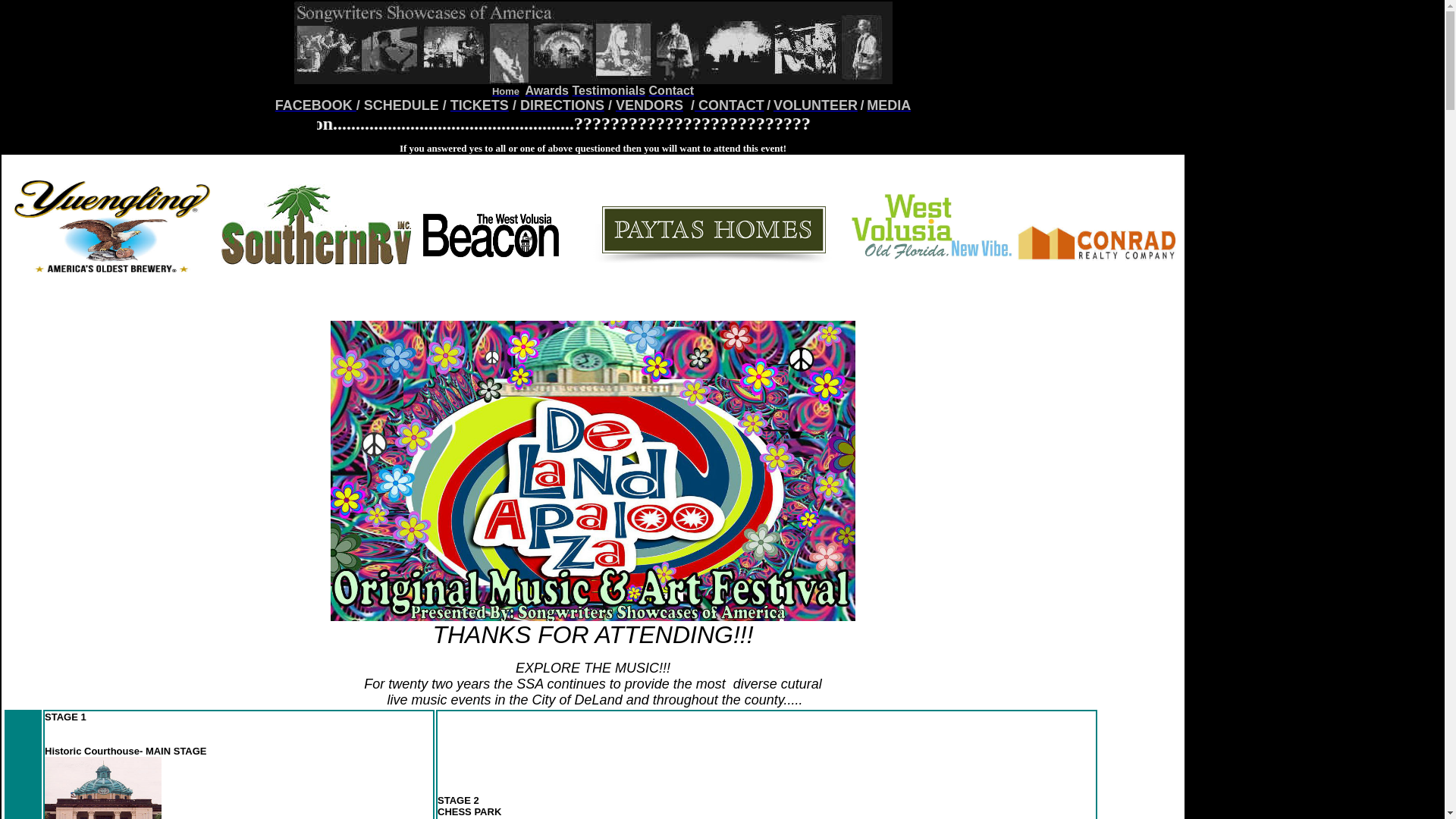 This screenshot has width=1456, height=819. I want to click on 'CONTACT', so click(698, 105).